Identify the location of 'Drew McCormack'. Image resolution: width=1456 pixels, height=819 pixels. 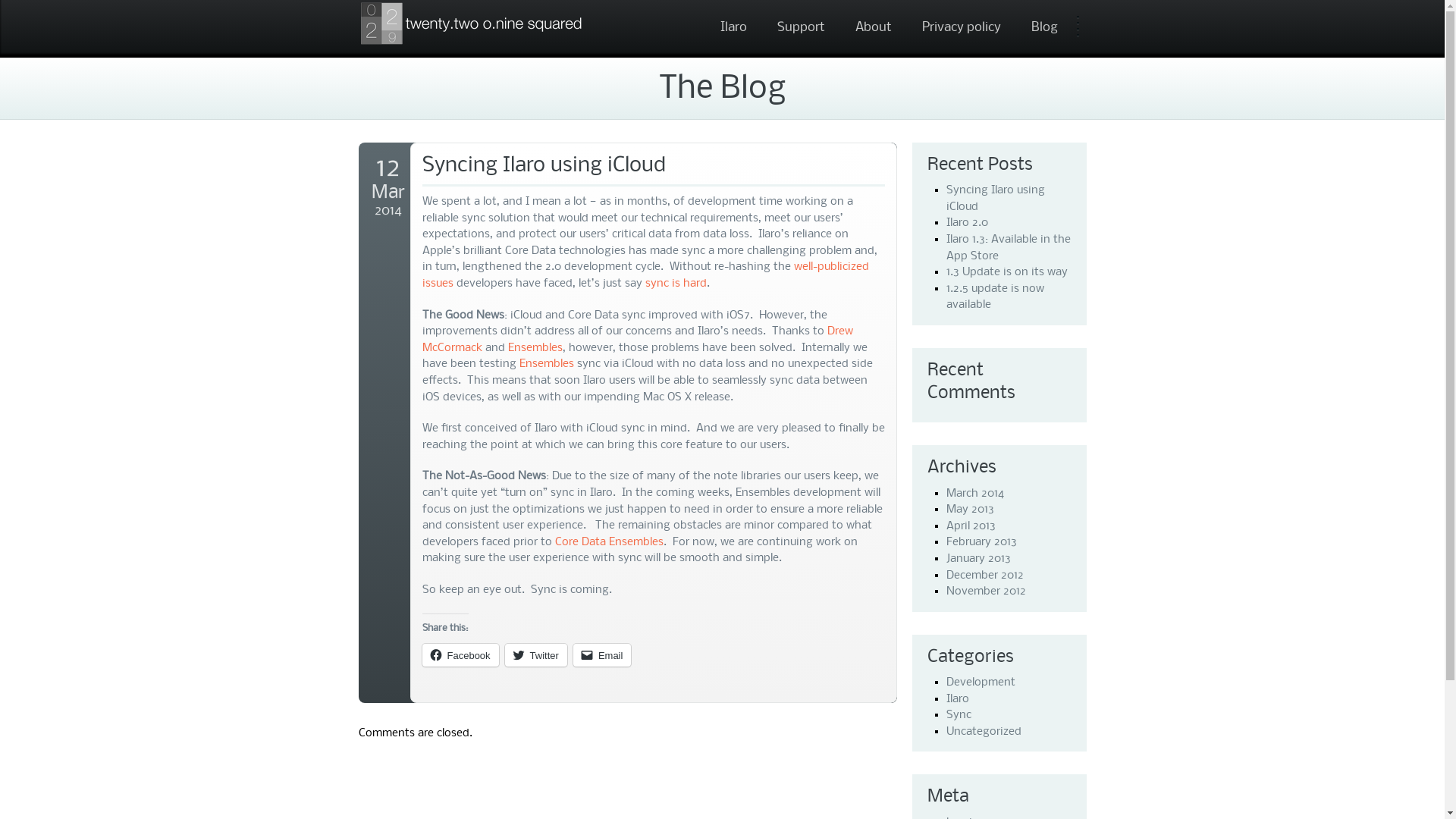
(637, 338).